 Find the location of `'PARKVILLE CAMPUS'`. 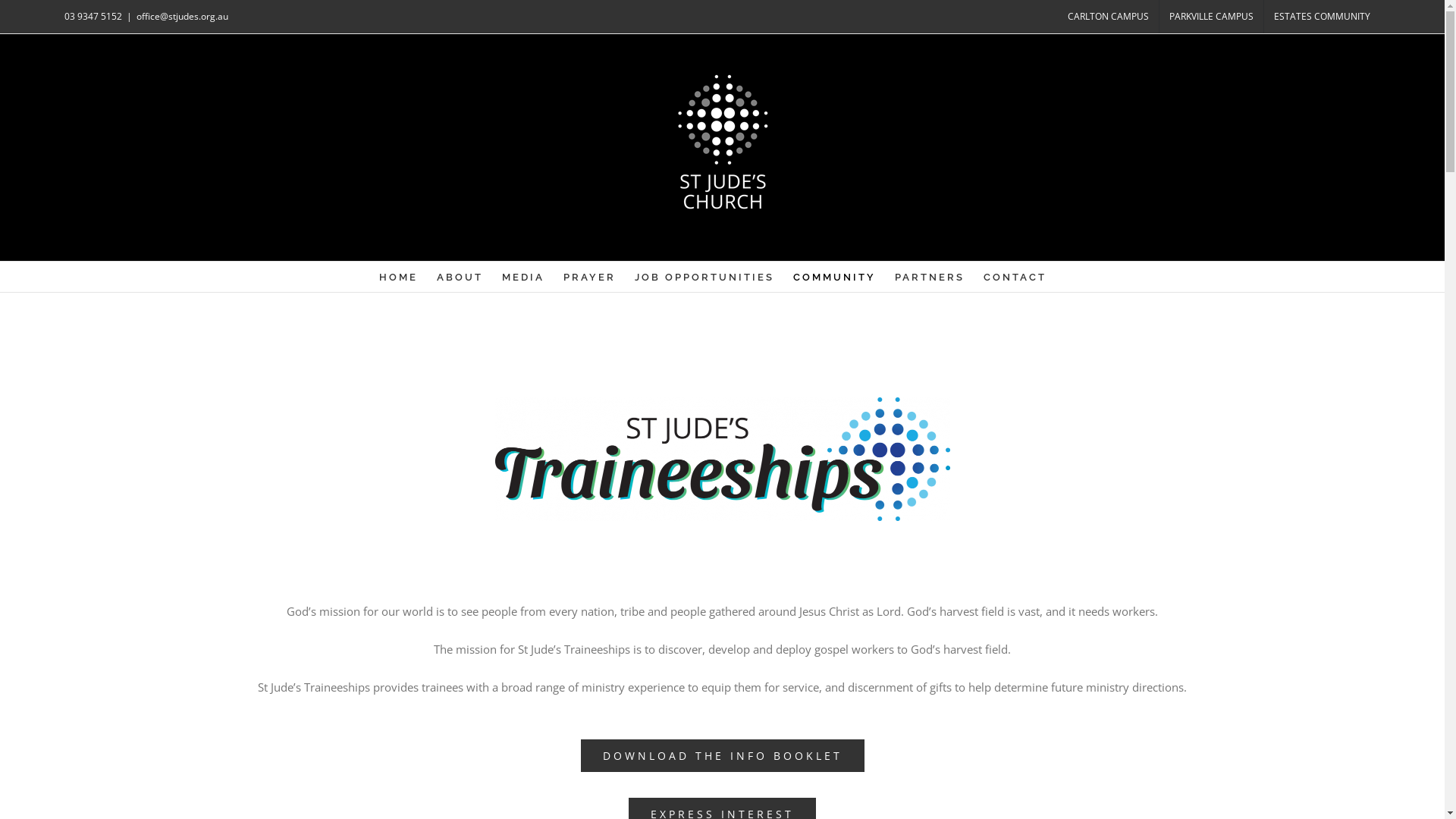

'PARKVILLE CAMPUS' is located at coordinates (1210, 17).